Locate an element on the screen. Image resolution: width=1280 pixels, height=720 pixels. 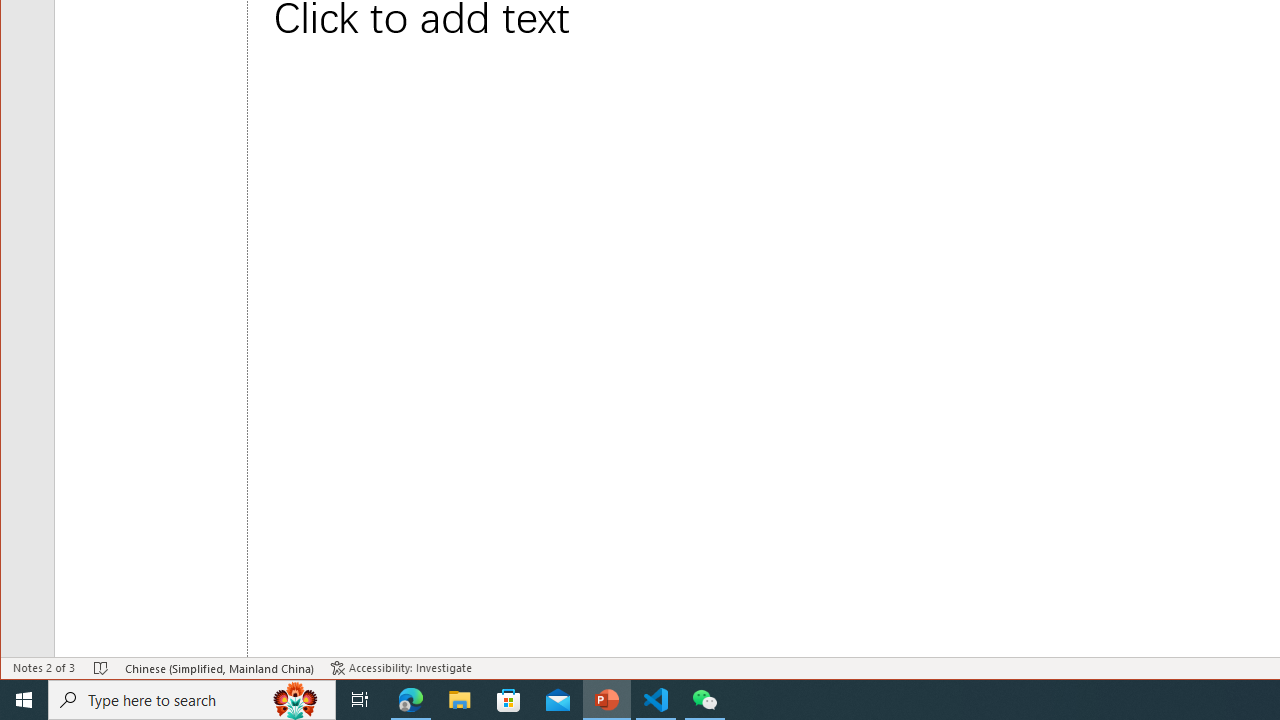
'PowerPoint - 1 running window' is located at coordinates (606, 698).